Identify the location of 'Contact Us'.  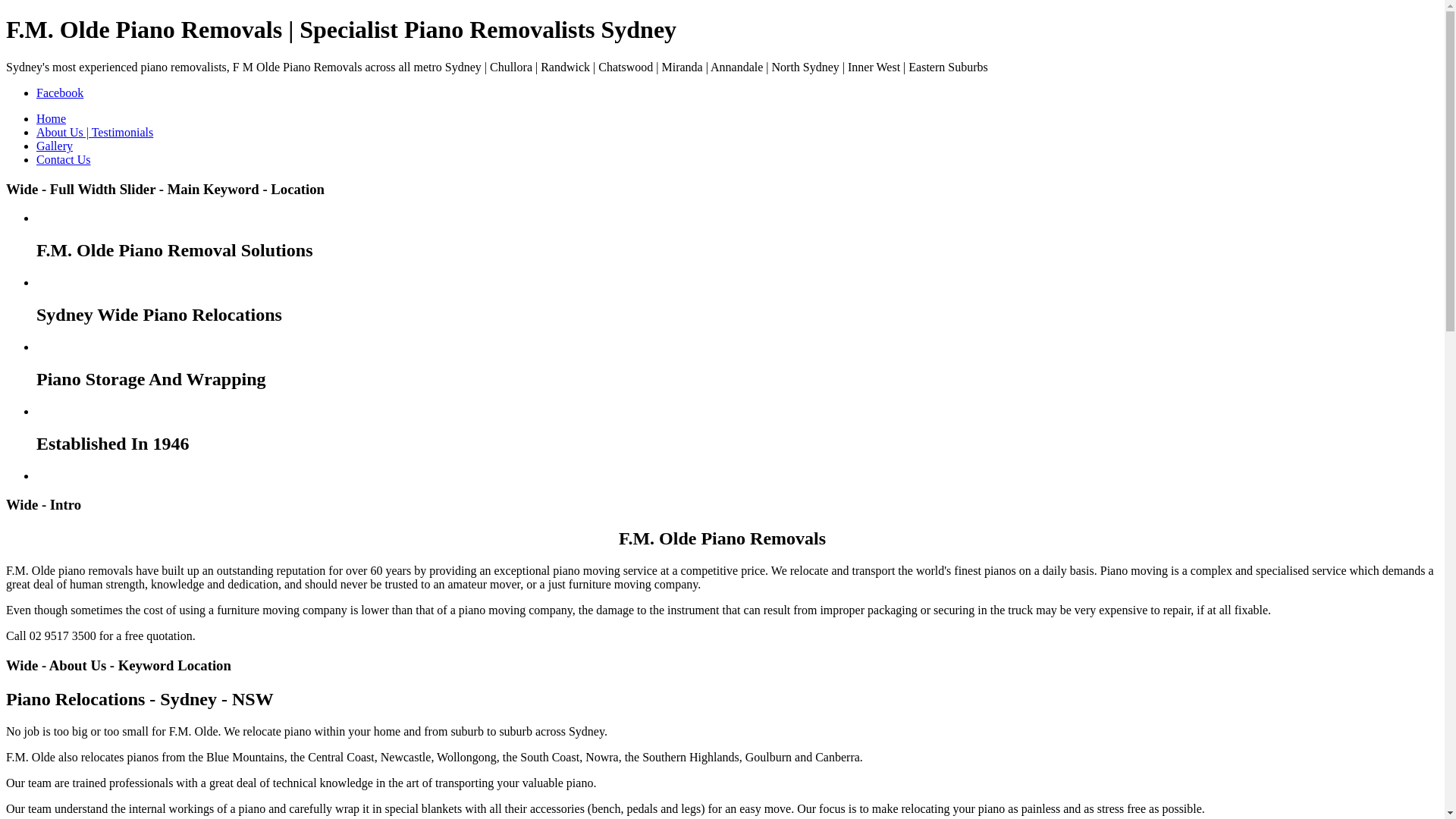
(62, 159).